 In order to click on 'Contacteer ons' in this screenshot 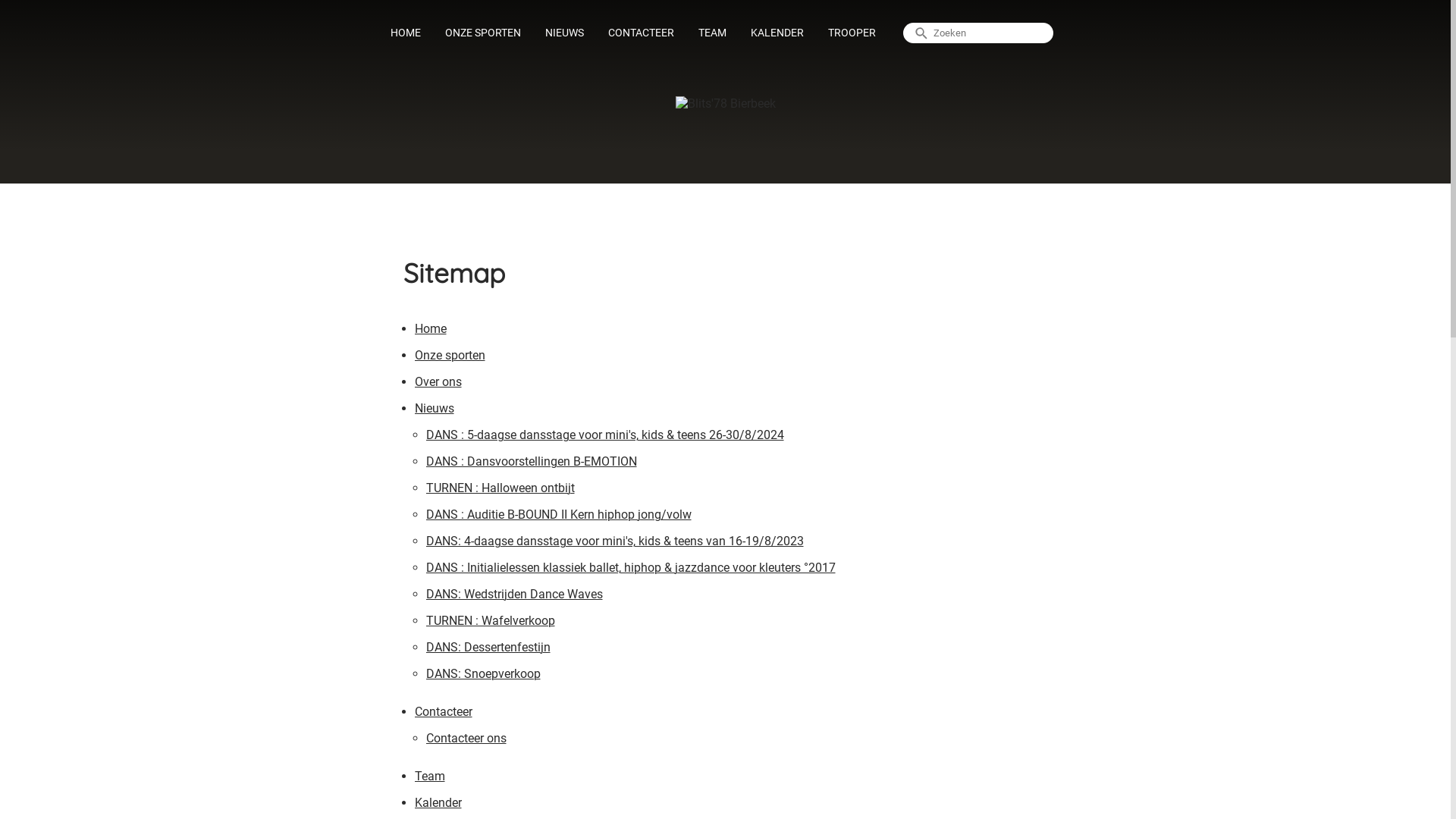, I will do `click(465, 739)`.